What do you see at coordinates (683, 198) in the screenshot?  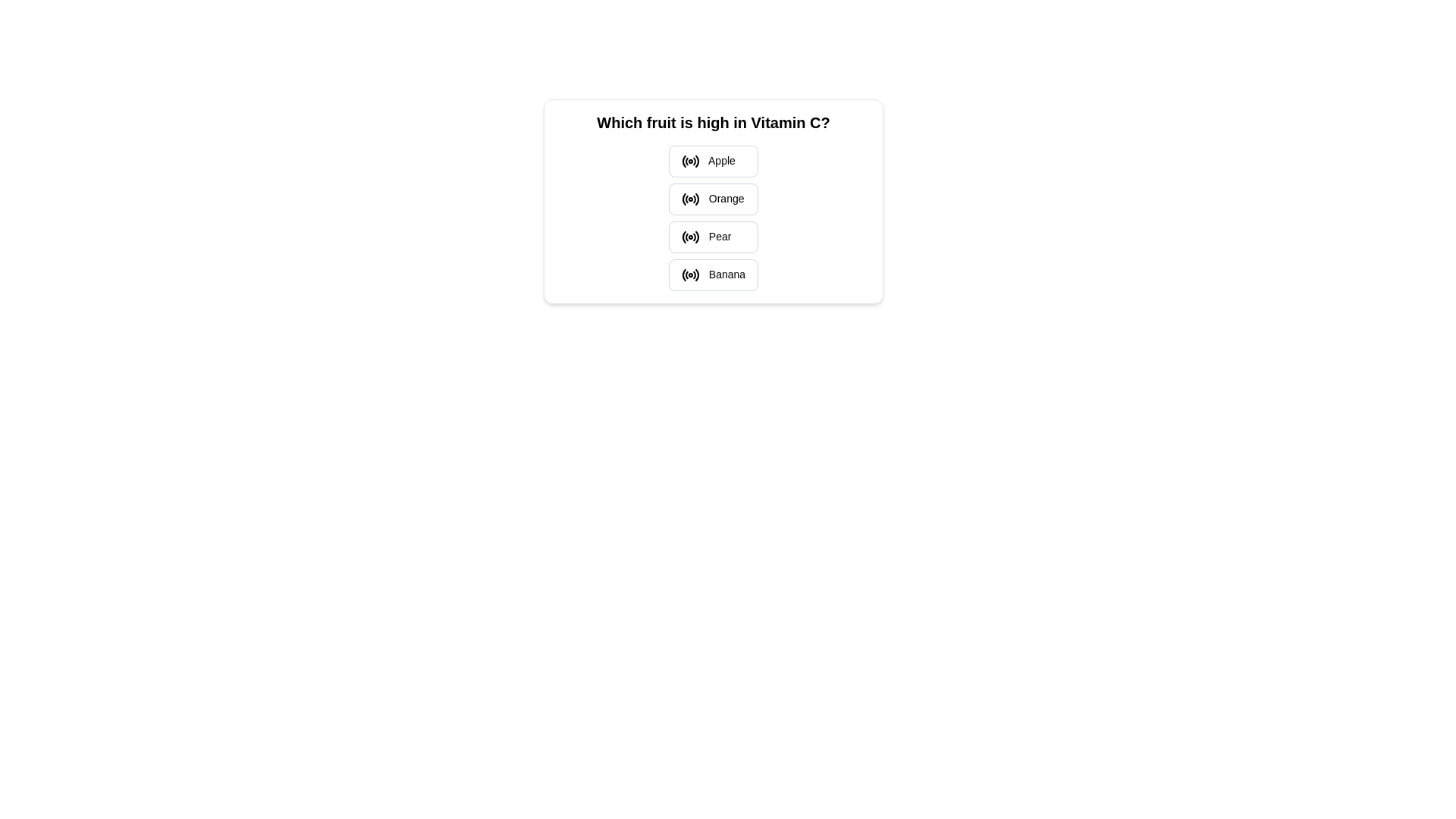 I see `the first curved line segment of the circular series in the SVG graphic, which is adjacent to the 'Orange' text in the second option of the vertical list in the questionnaire layout` at bounding box center [683, 198].